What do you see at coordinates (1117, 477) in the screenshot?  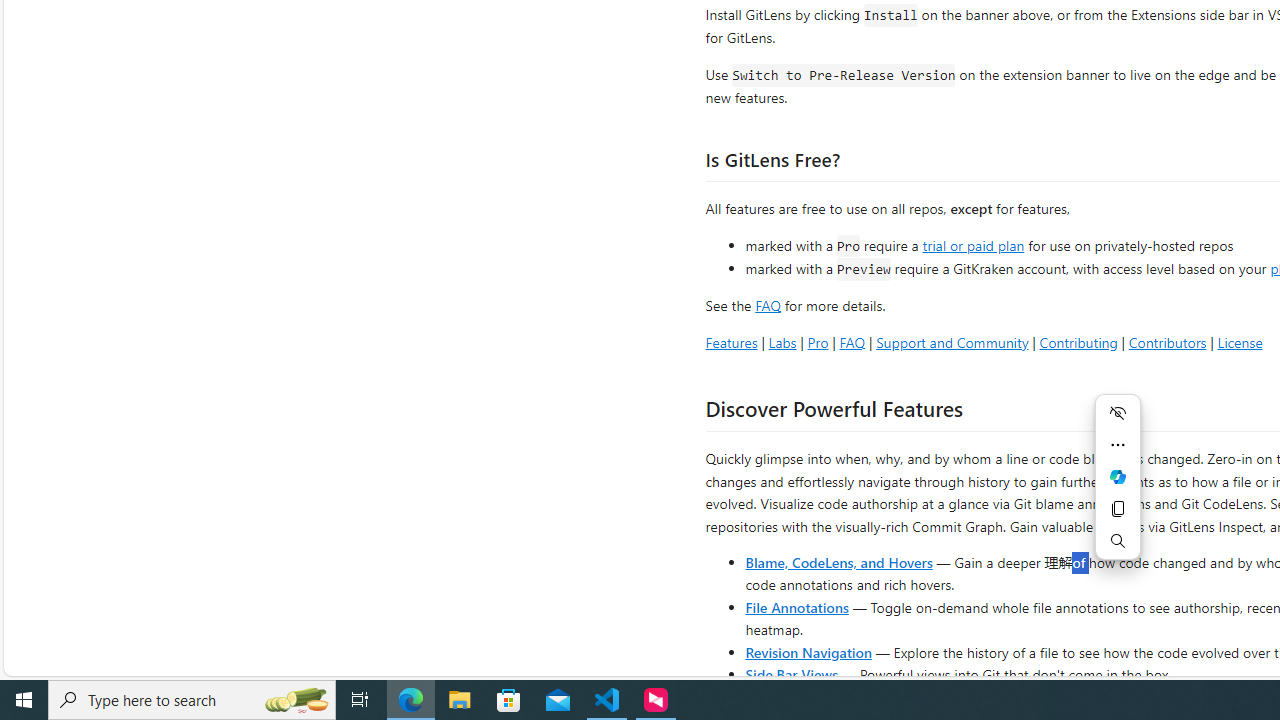 I see `'Ask Copilot'` at bounding box center [1117, 477].